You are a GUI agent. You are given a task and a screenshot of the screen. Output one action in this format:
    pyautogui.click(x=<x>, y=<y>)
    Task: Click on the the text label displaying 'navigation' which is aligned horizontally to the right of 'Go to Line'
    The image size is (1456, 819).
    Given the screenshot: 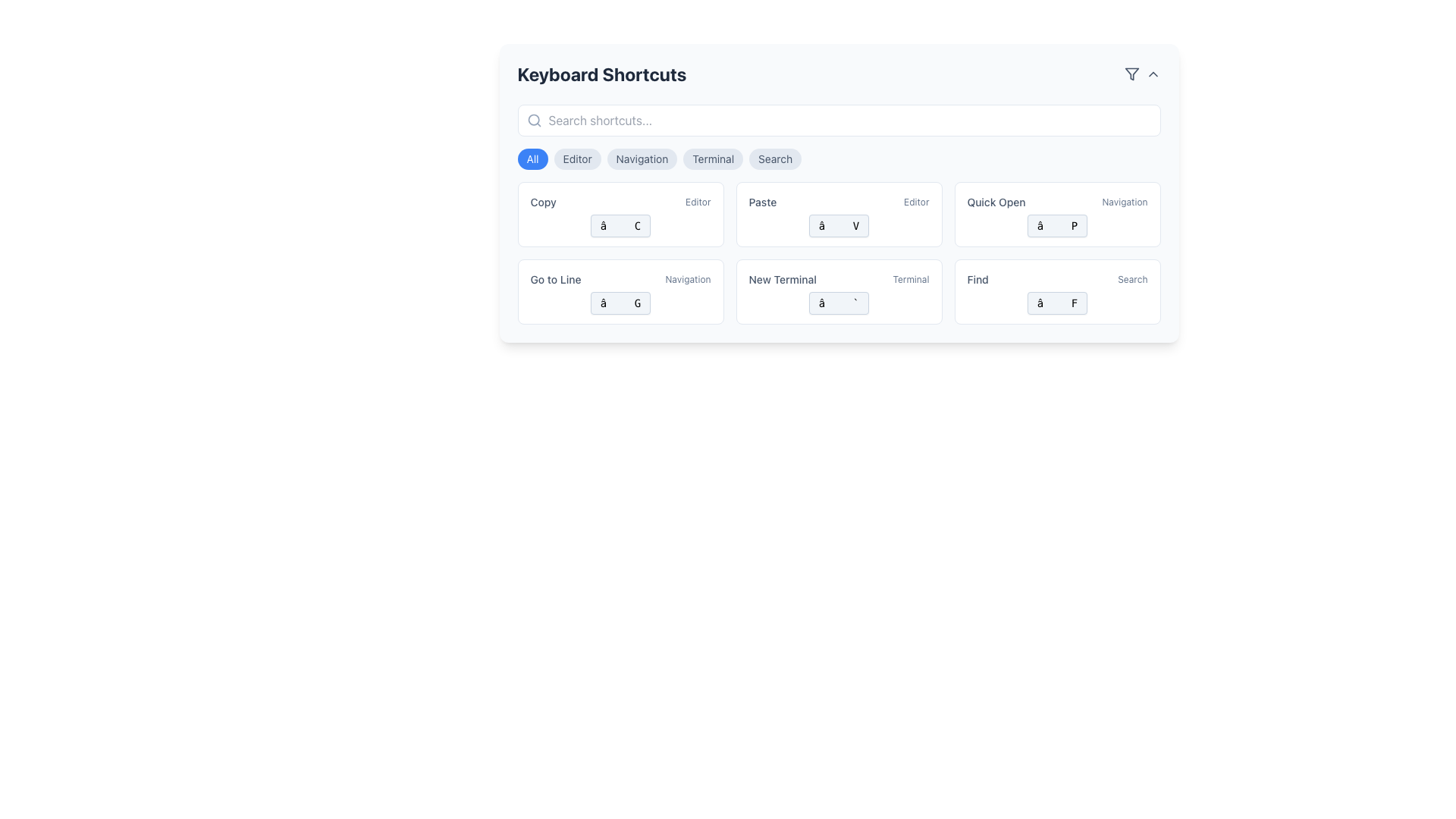 What is the action you would take?
    pyautogui.click(x=687, y=280)
    